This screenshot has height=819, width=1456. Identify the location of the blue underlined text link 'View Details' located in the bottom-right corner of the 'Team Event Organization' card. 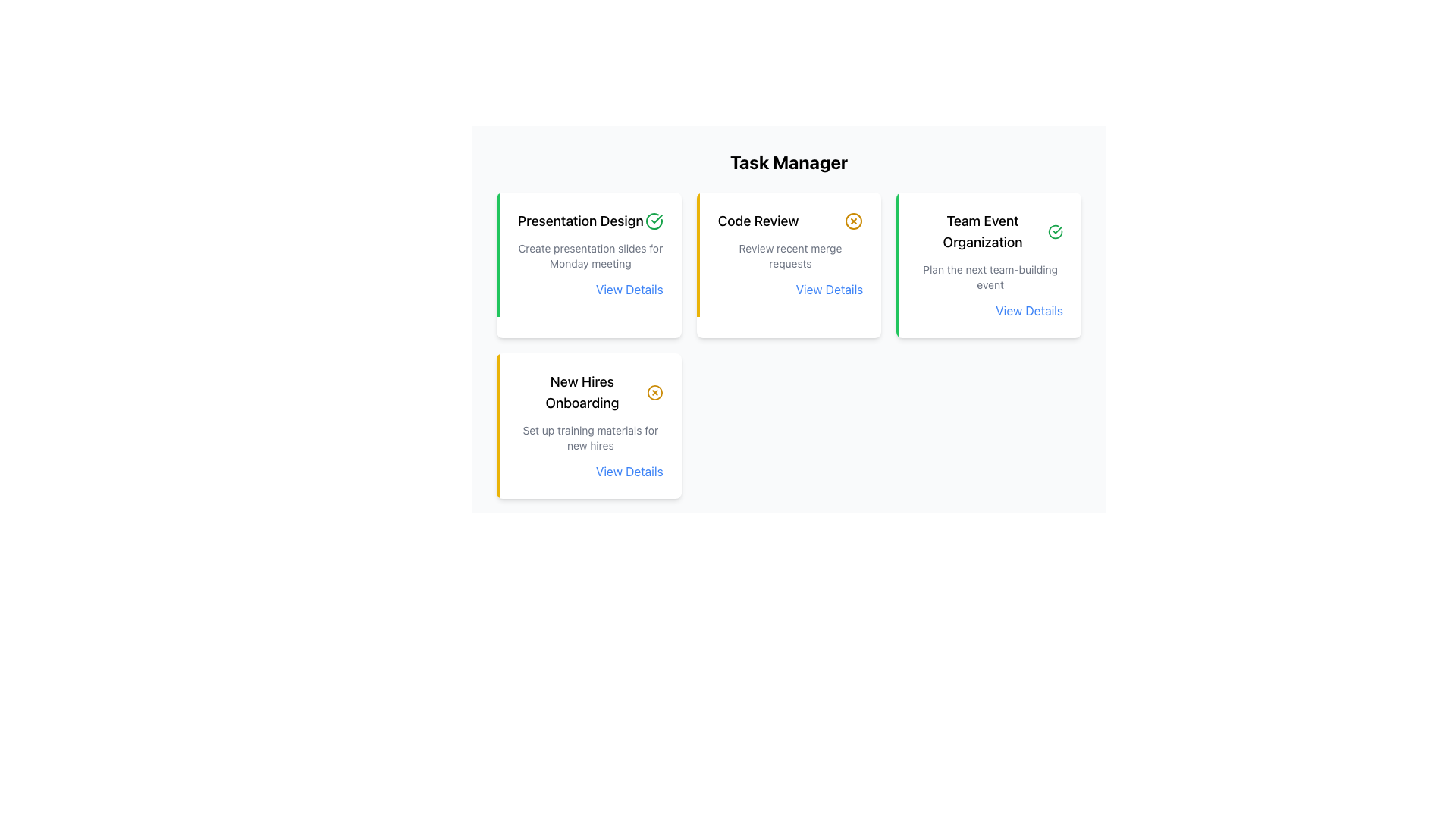
(990, 309).